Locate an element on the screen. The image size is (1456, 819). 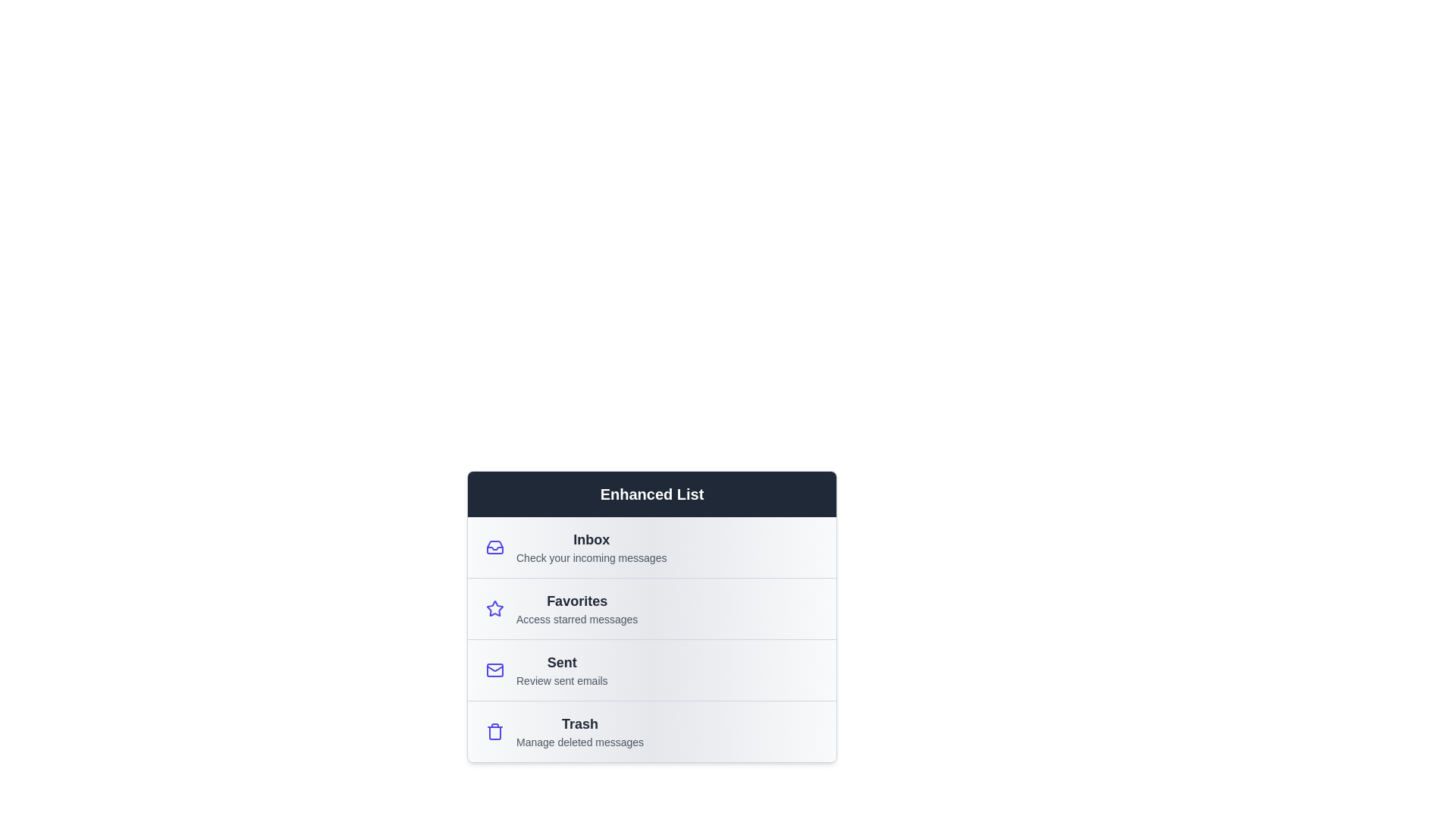
the 'Sent' icon, which is the left-most icon in the row labeled 'Sent' under the 'Enhanced List' heading, indicating its association with sent emails is located at coordinates (494, 669).